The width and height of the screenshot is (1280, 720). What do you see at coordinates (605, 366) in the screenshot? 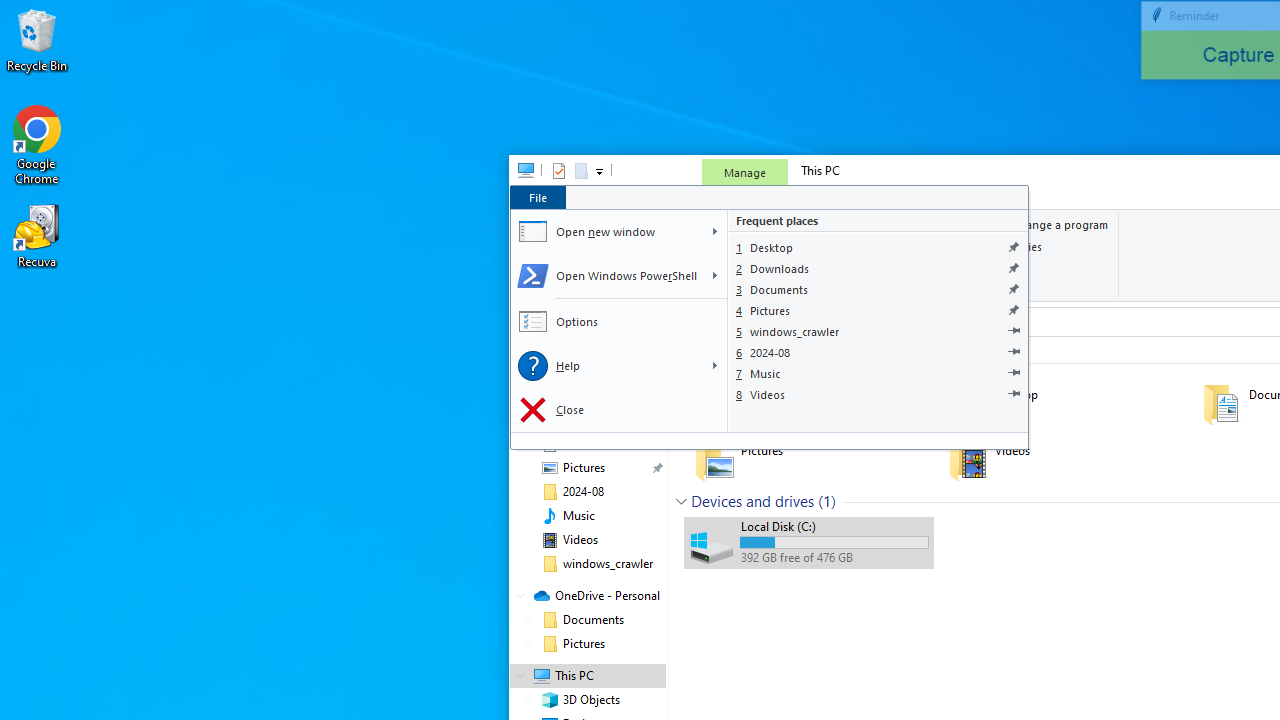
I see `'Help'` at bounding box center [605, 366].